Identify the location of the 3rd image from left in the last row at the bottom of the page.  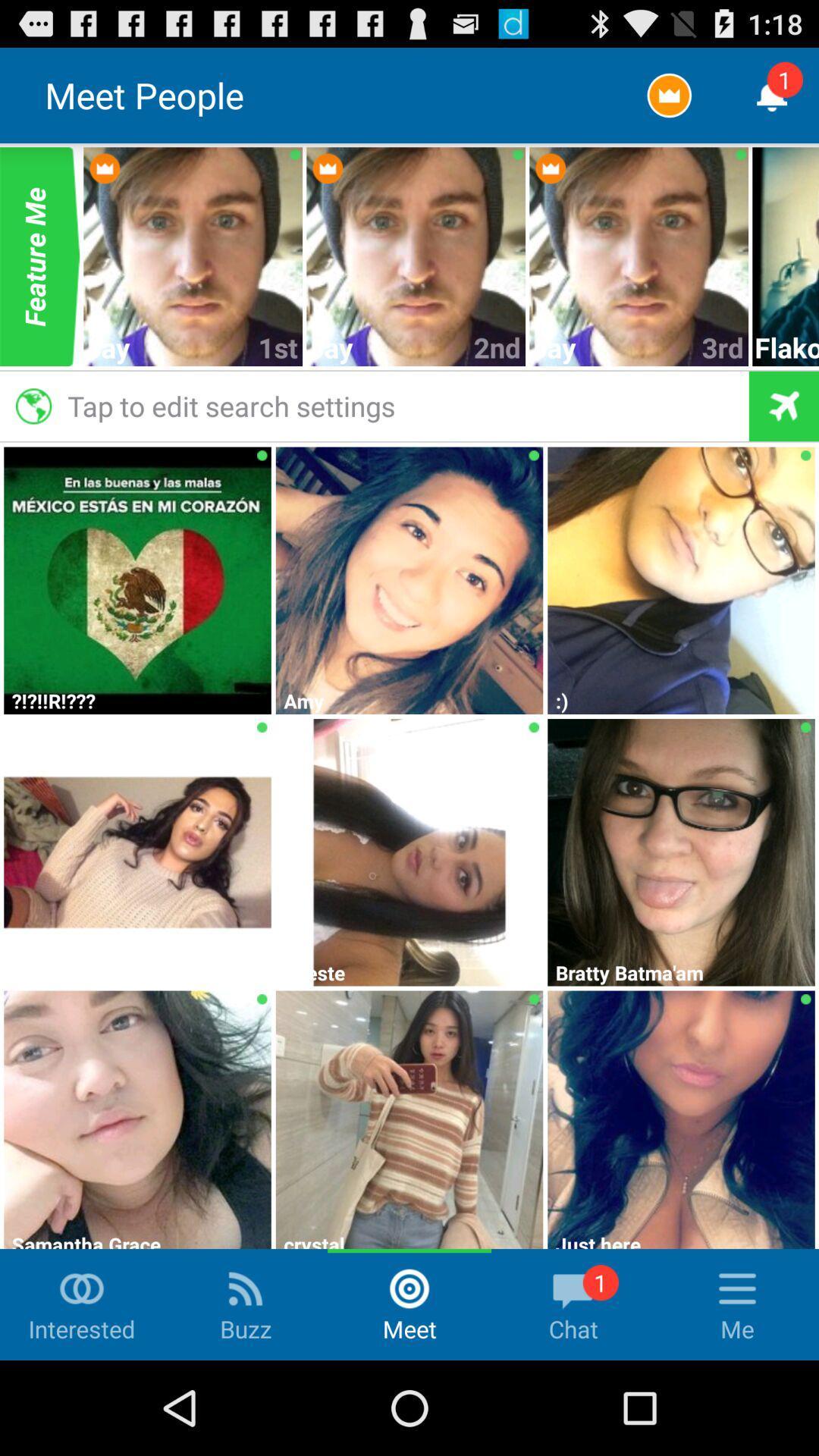
(680, 1117).